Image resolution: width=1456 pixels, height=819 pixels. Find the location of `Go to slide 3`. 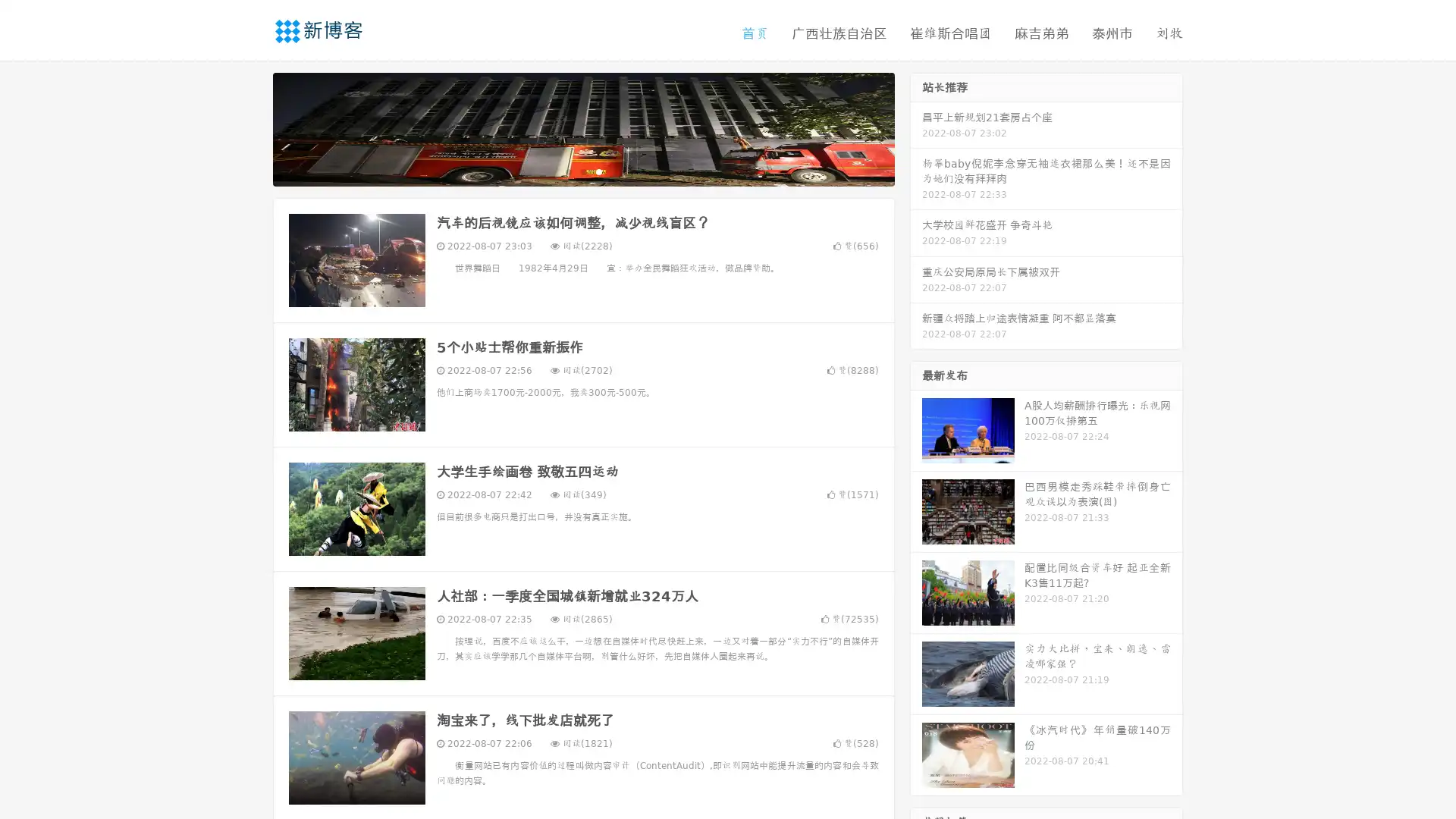

Go to slide 3 is located at coordinates (598, 171).